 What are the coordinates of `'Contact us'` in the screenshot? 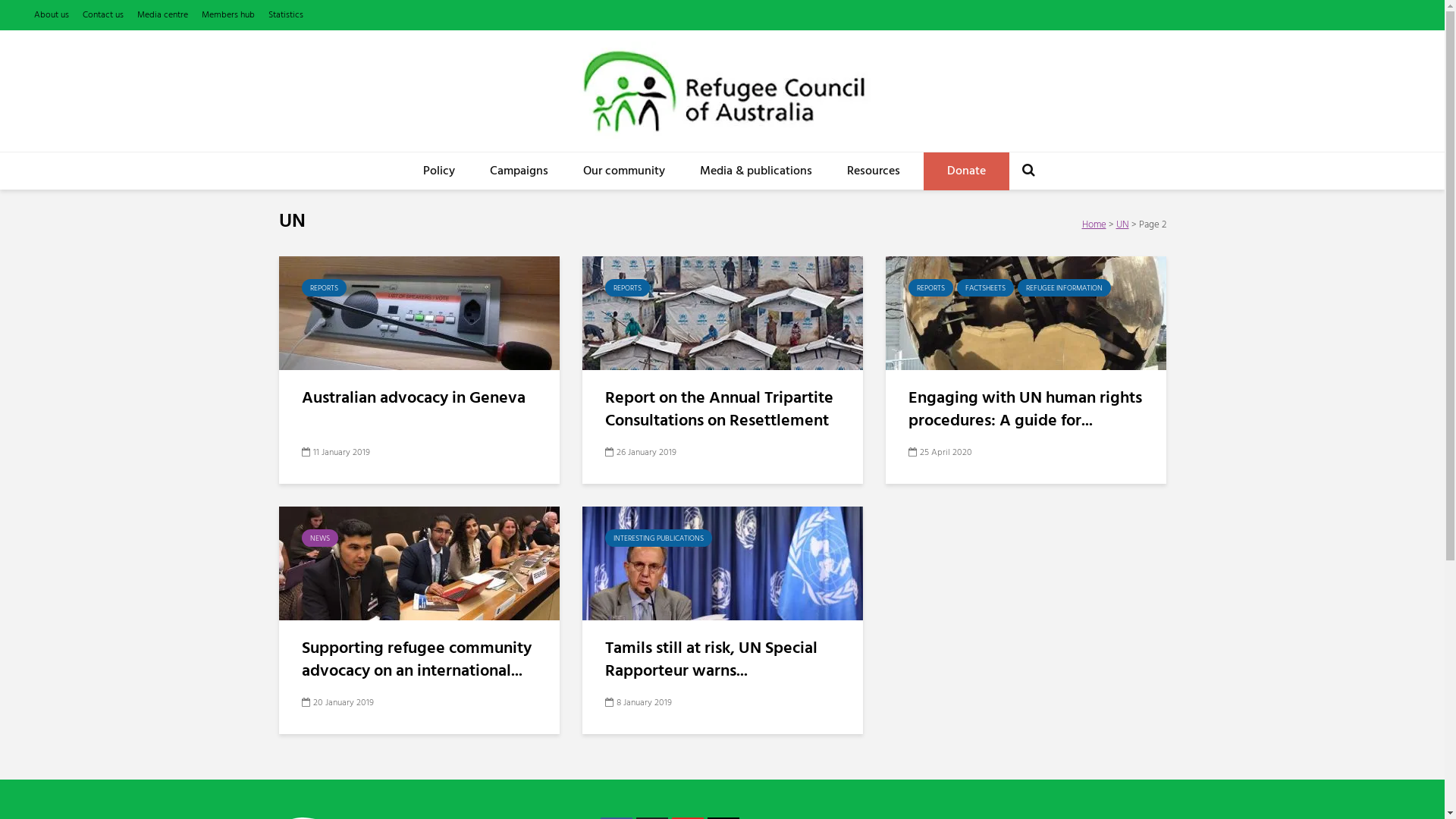 It's located at (82, 14).